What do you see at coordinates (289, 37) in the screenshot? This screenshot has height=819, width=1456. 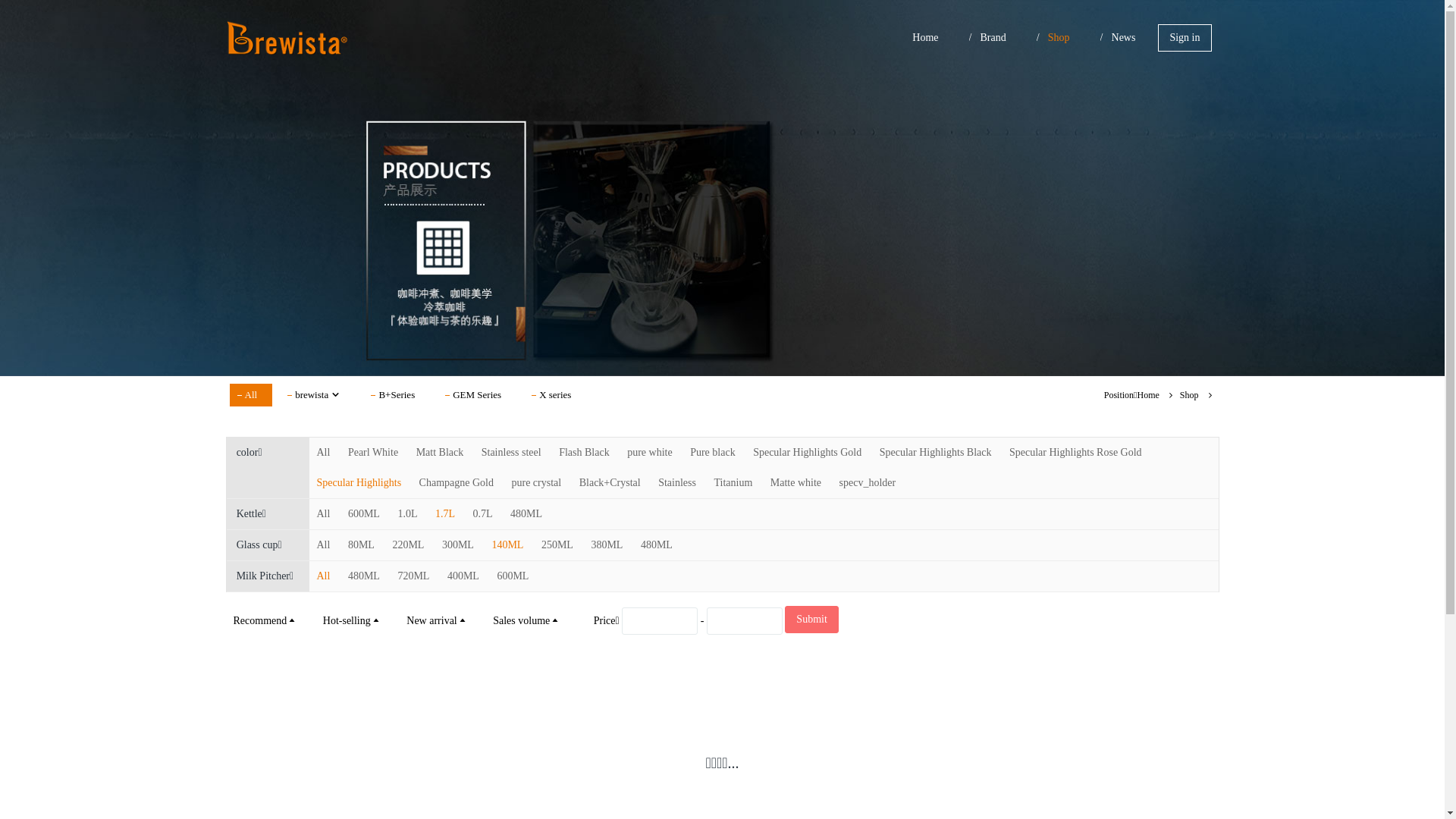 I see `'Brewista In Asia'` at bounding box center [289, 37].